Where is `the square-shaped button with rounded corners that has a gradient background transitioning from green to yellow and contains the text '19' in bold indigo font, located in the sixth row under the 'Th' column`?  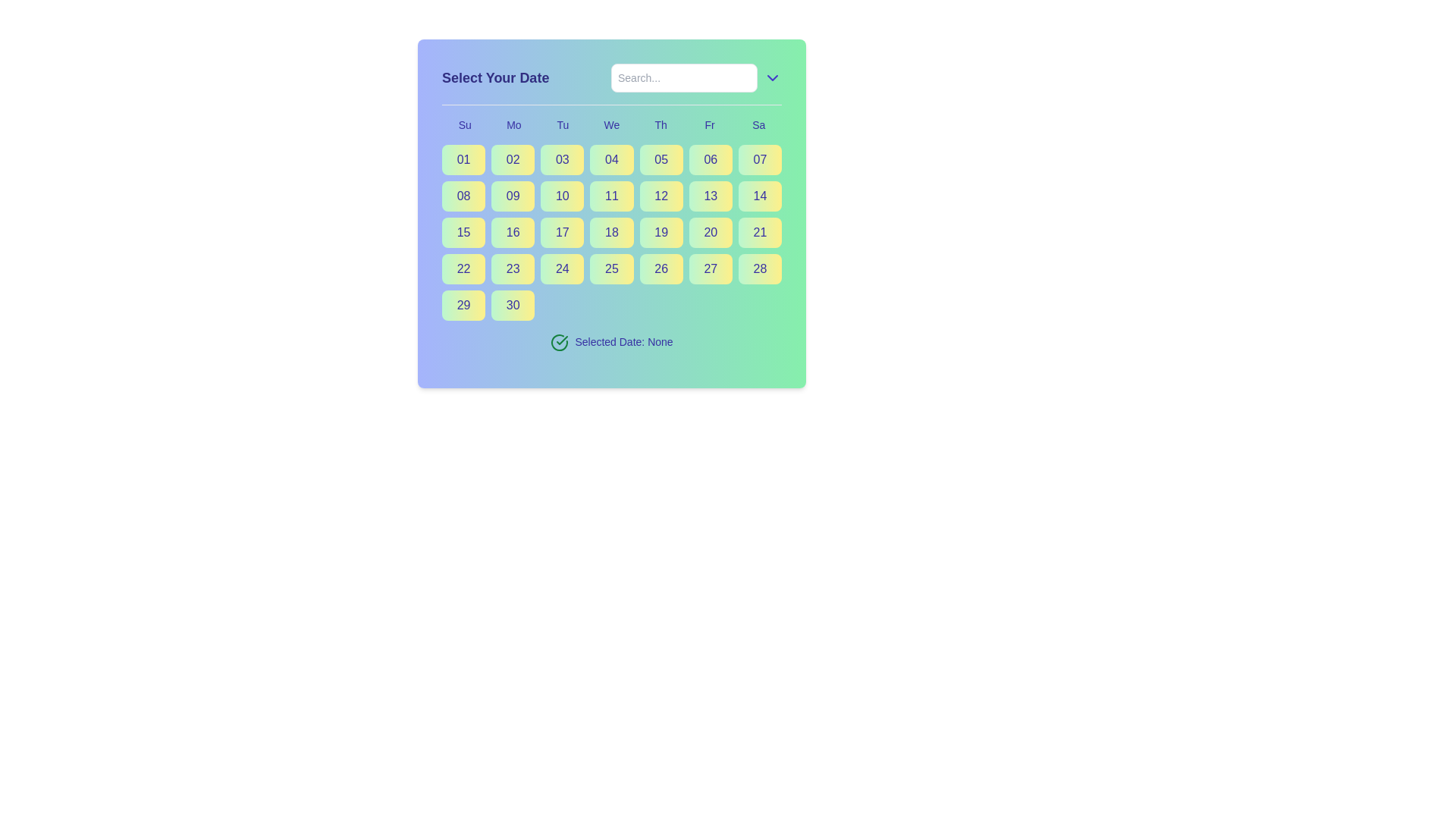
the square-shaped button with rounded corners that has a gradient background transitioning from green to yellow and contains the text '19' in bold indigo font, located in the sixth row under the 'Th' column is located at coordinates (661, 233).